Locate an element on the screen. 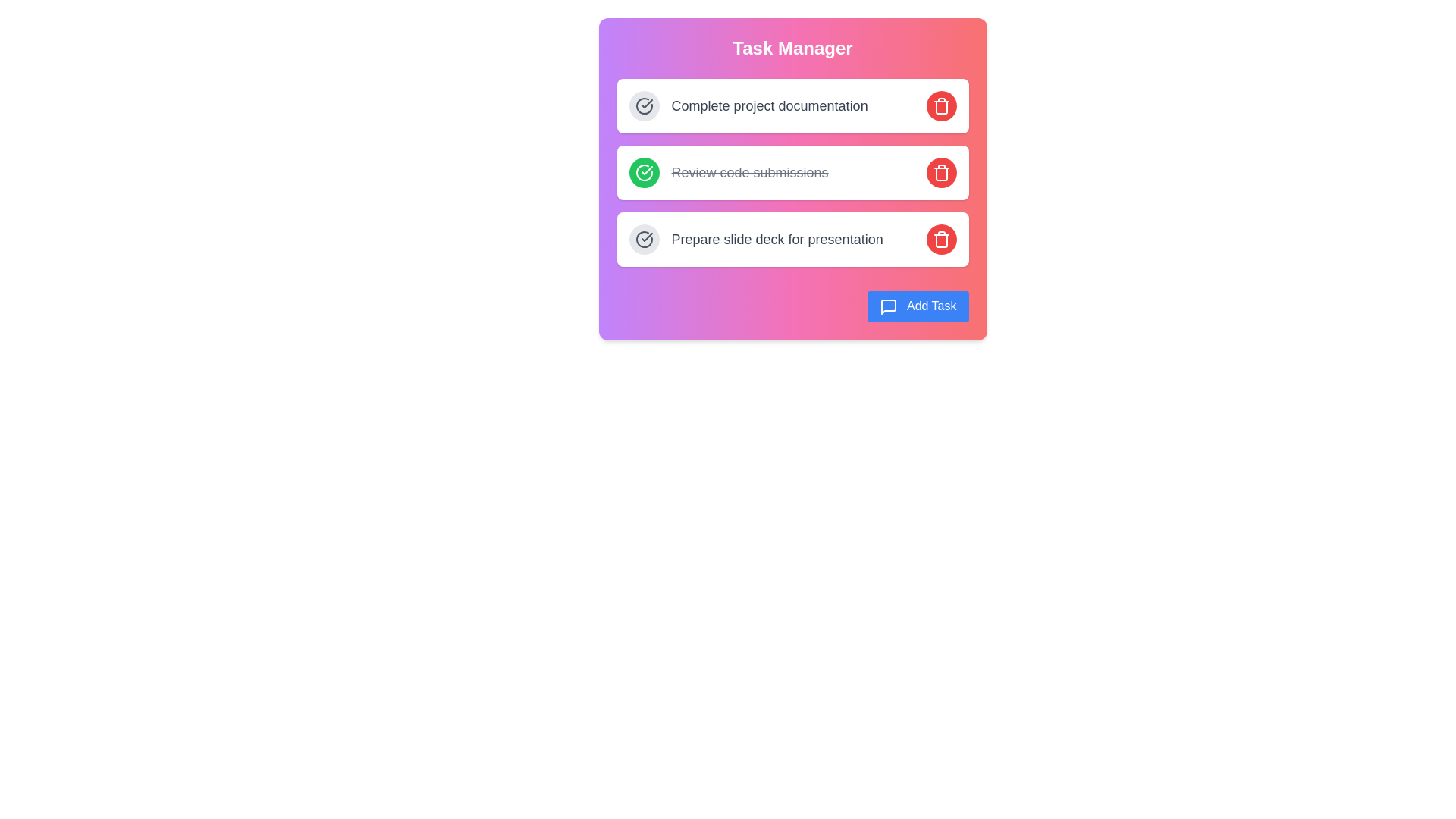  the label indicating a completed task in the task manager interface, which is the second item in the vertical task list located to the right of the green checkmark icon is located at coordinates (749, 171).